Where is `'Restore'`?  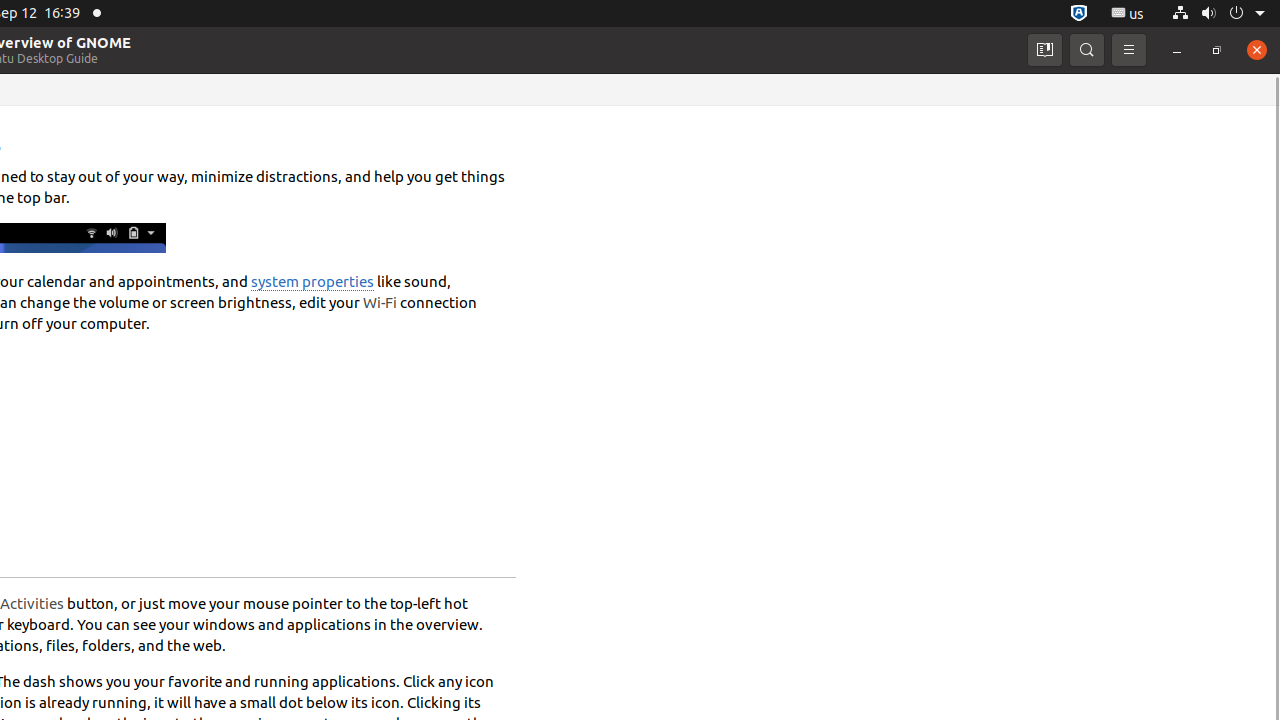
'Restore' is located at coordinates (1216, 48).